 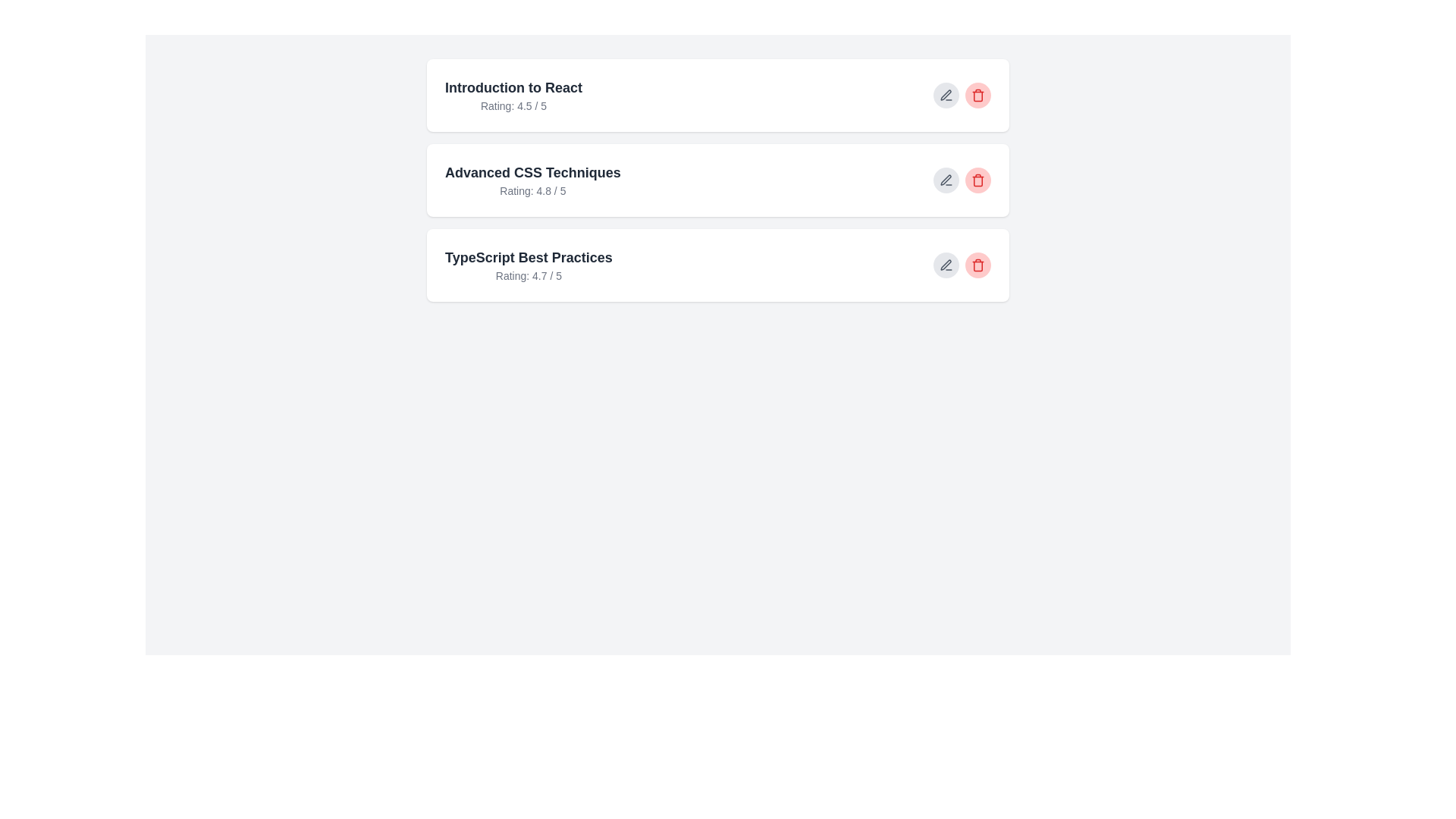 I want to click on the content of the text label displaying 'Rating: 4.8 / 5' located beneath the heading 'Advanced CSS Techniques', so click(x=532, y=190).